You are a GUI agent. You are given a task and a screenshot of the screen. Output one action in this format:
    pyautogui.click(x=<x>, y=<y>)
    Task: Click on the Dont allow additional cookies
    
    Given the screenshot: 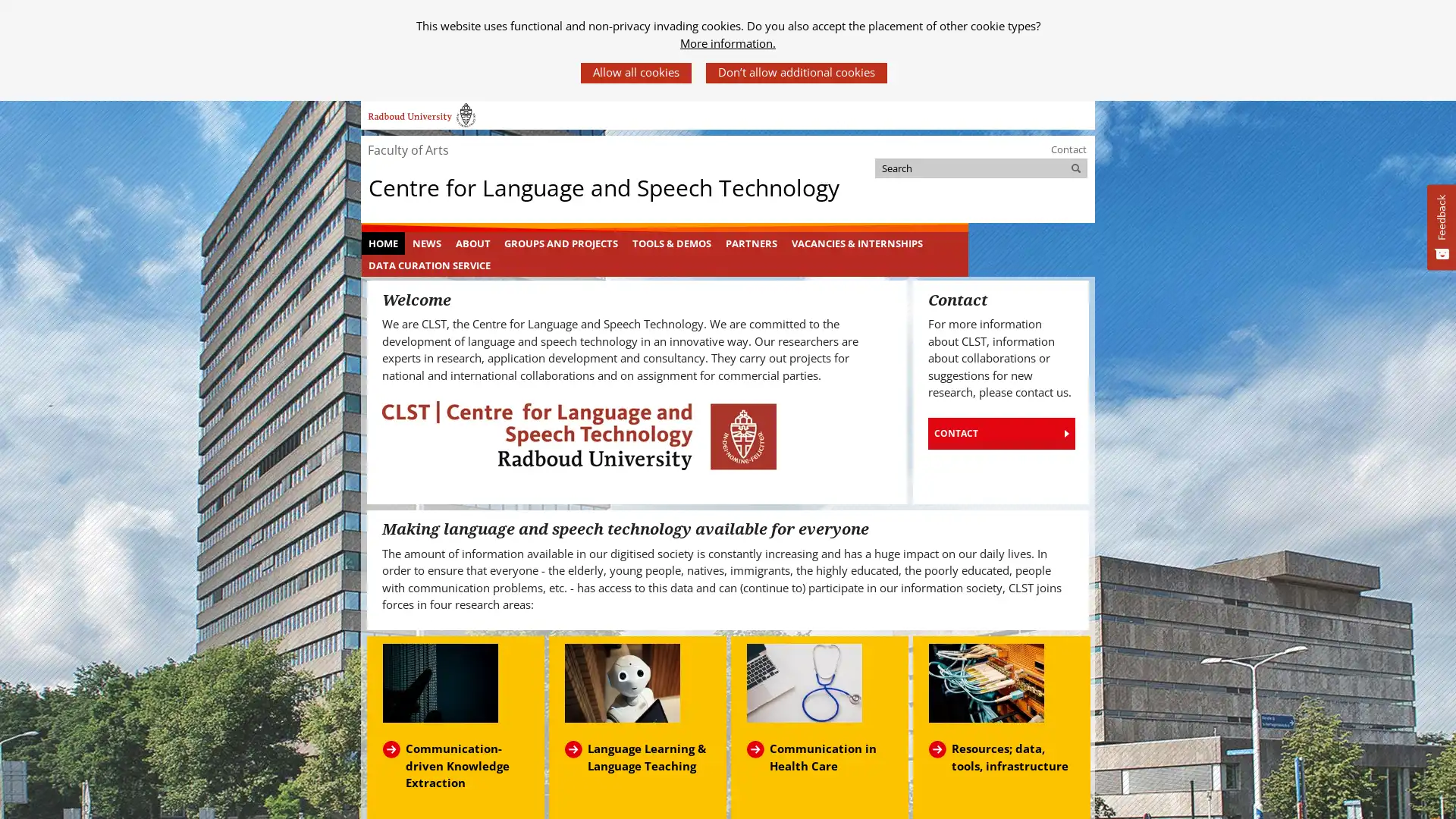 What is the action you would take?
    pyautogui.click(x=795, y=73)
    